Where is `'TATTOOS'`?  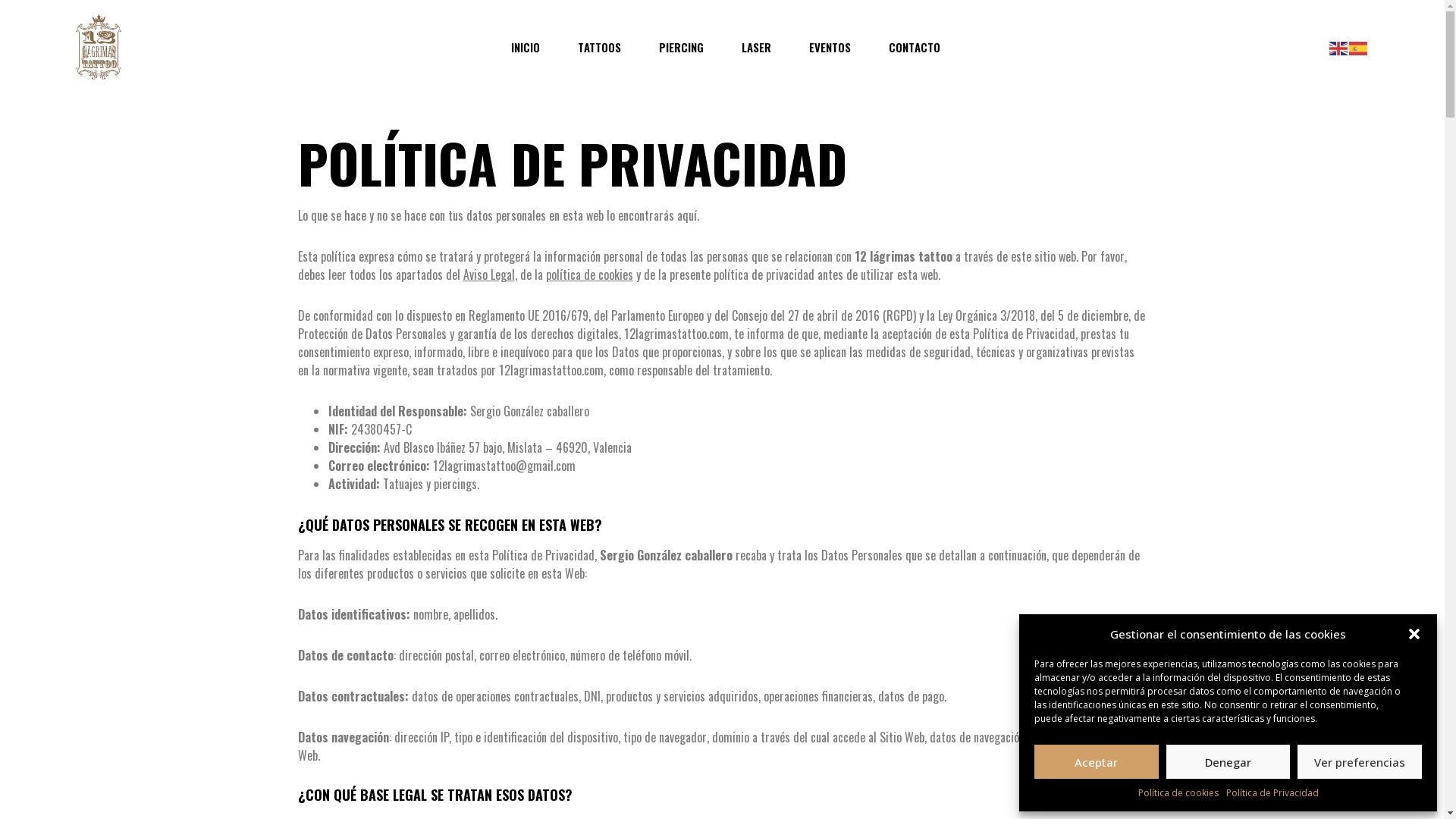 'TATTOOS' is located at coordinates (598, 45).